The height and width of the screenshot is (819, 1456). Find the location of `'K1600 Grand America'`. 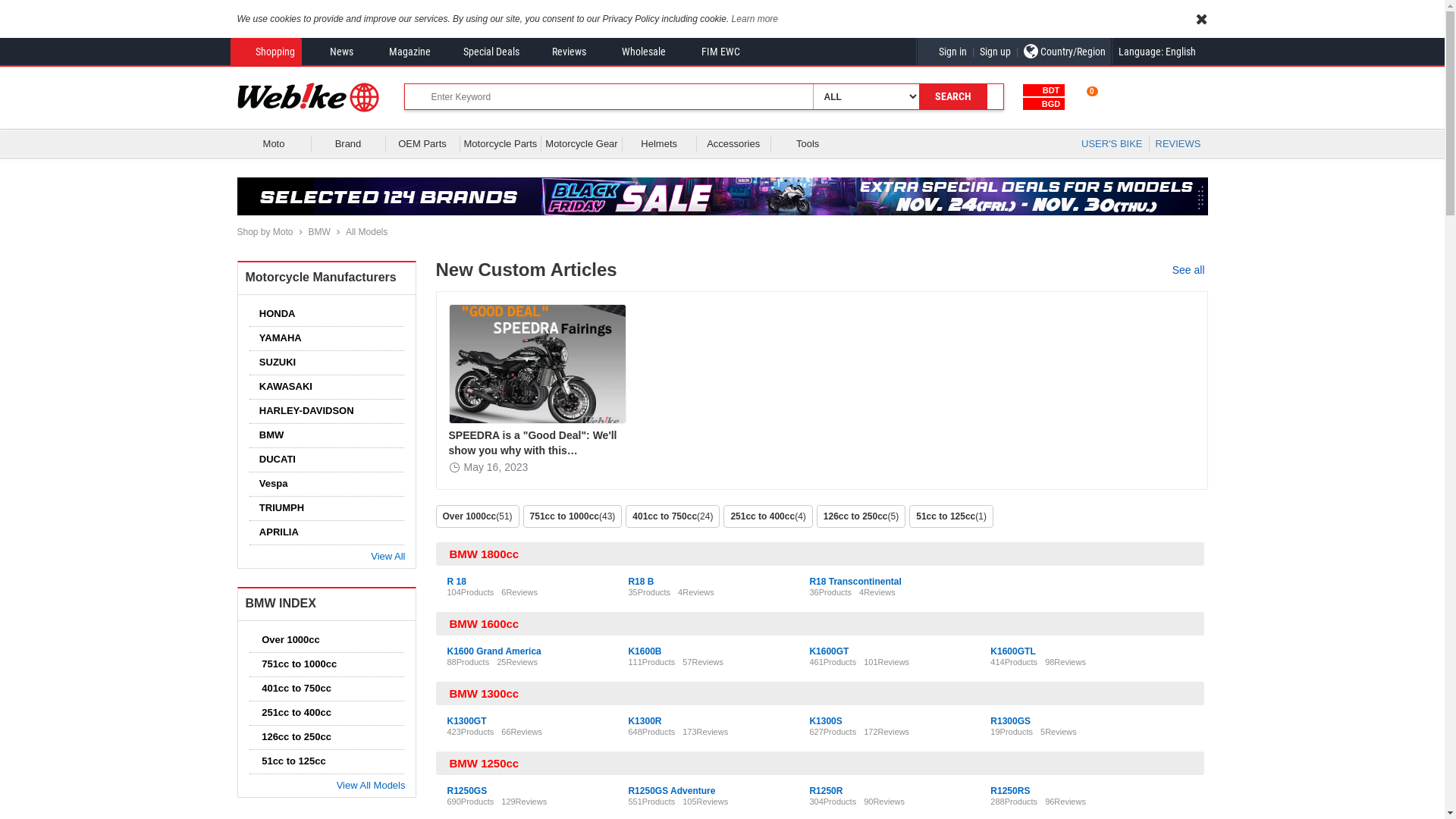

'K1600 Grand America' is located at coordinates (494, 651).